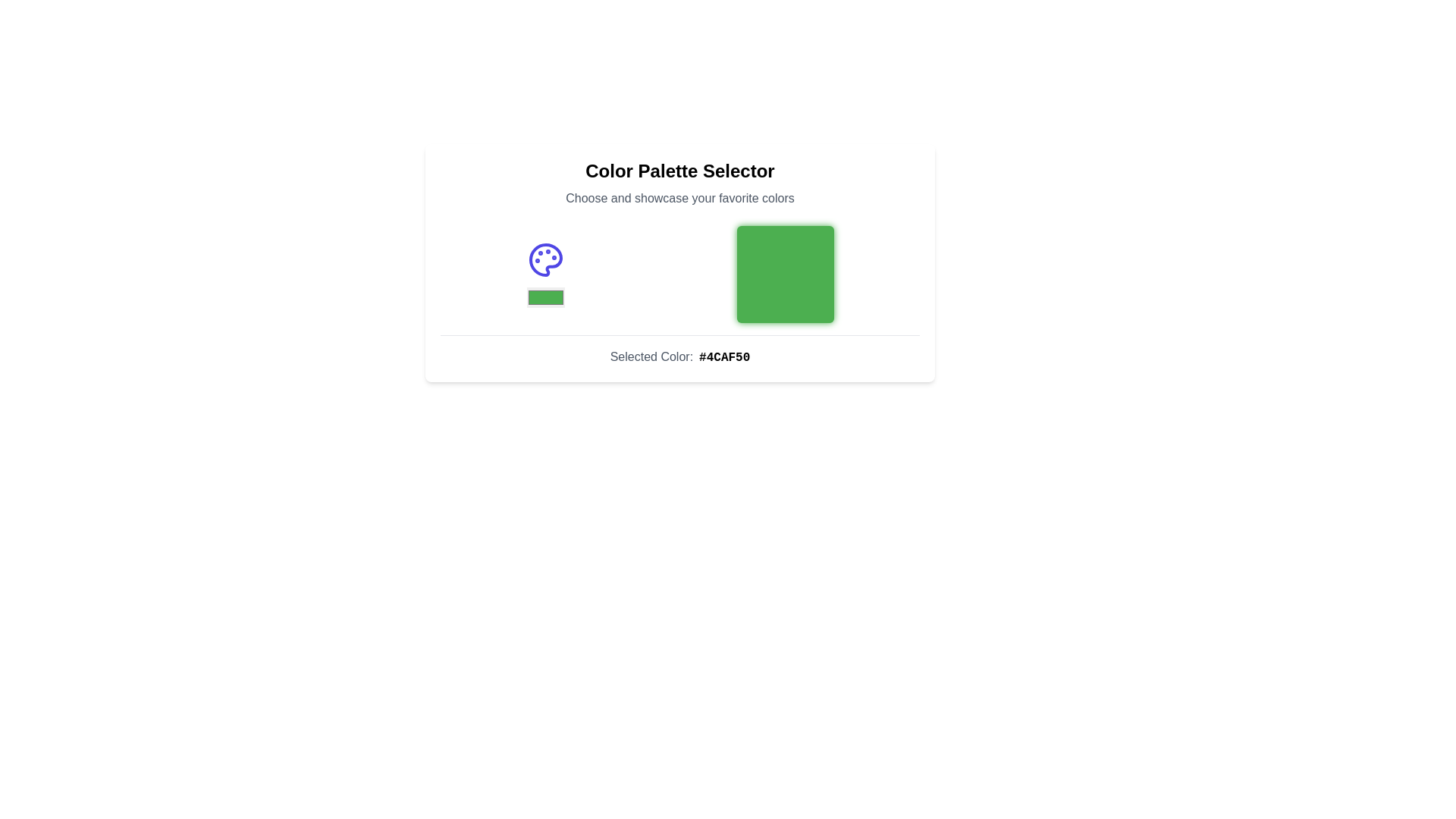 The width and height of the screenshot is (1456, 819). Describe the element at coordinates (651, 356) in the screenshot. I see `the static text label that serves as a descriptor for the selected color value, positioned to the left of the sibling element displaying '#4CAF50'` at that location.